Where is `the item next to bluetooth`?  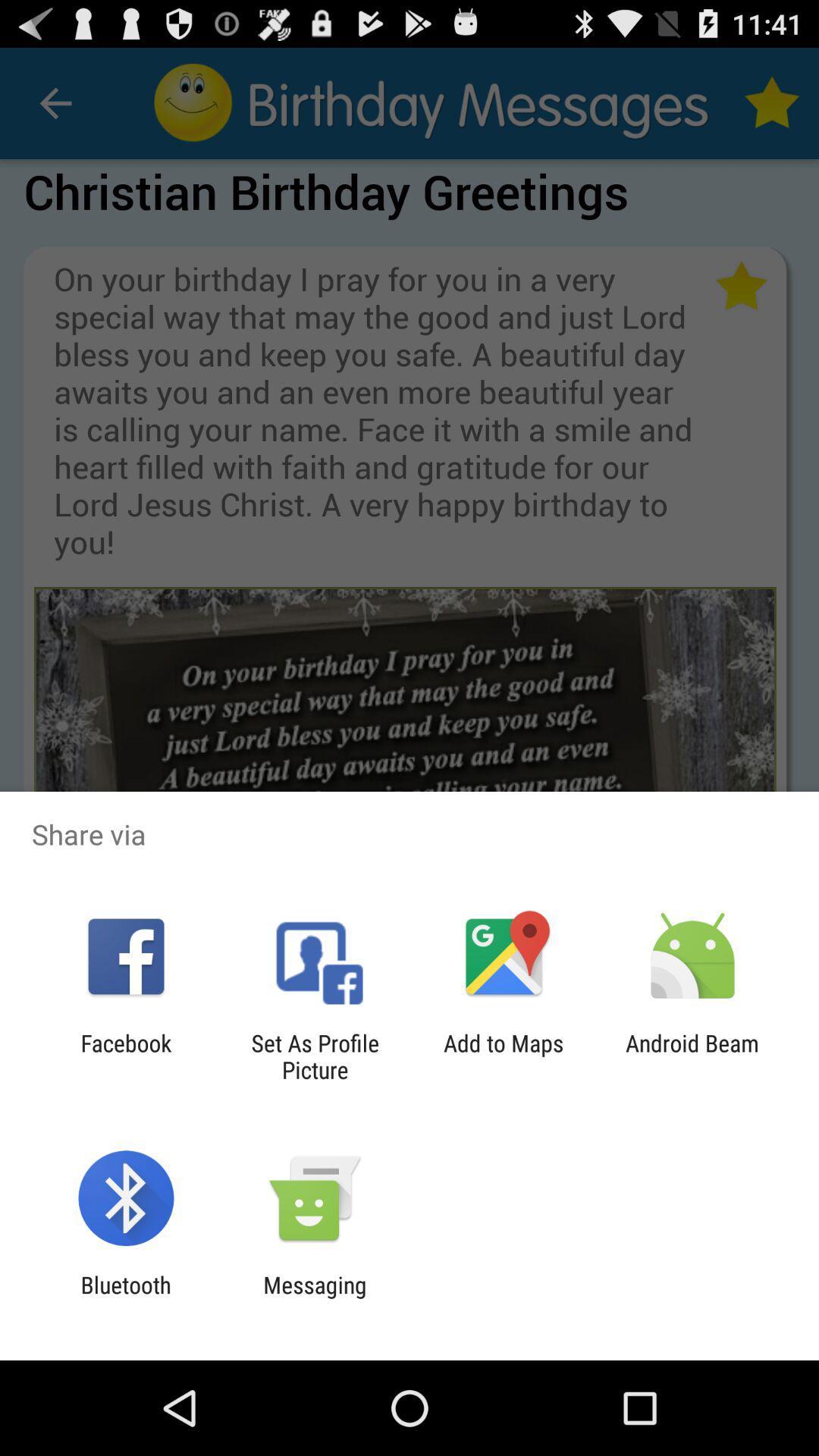
the item next to bluetooth is located at coordinates (314, 1298).